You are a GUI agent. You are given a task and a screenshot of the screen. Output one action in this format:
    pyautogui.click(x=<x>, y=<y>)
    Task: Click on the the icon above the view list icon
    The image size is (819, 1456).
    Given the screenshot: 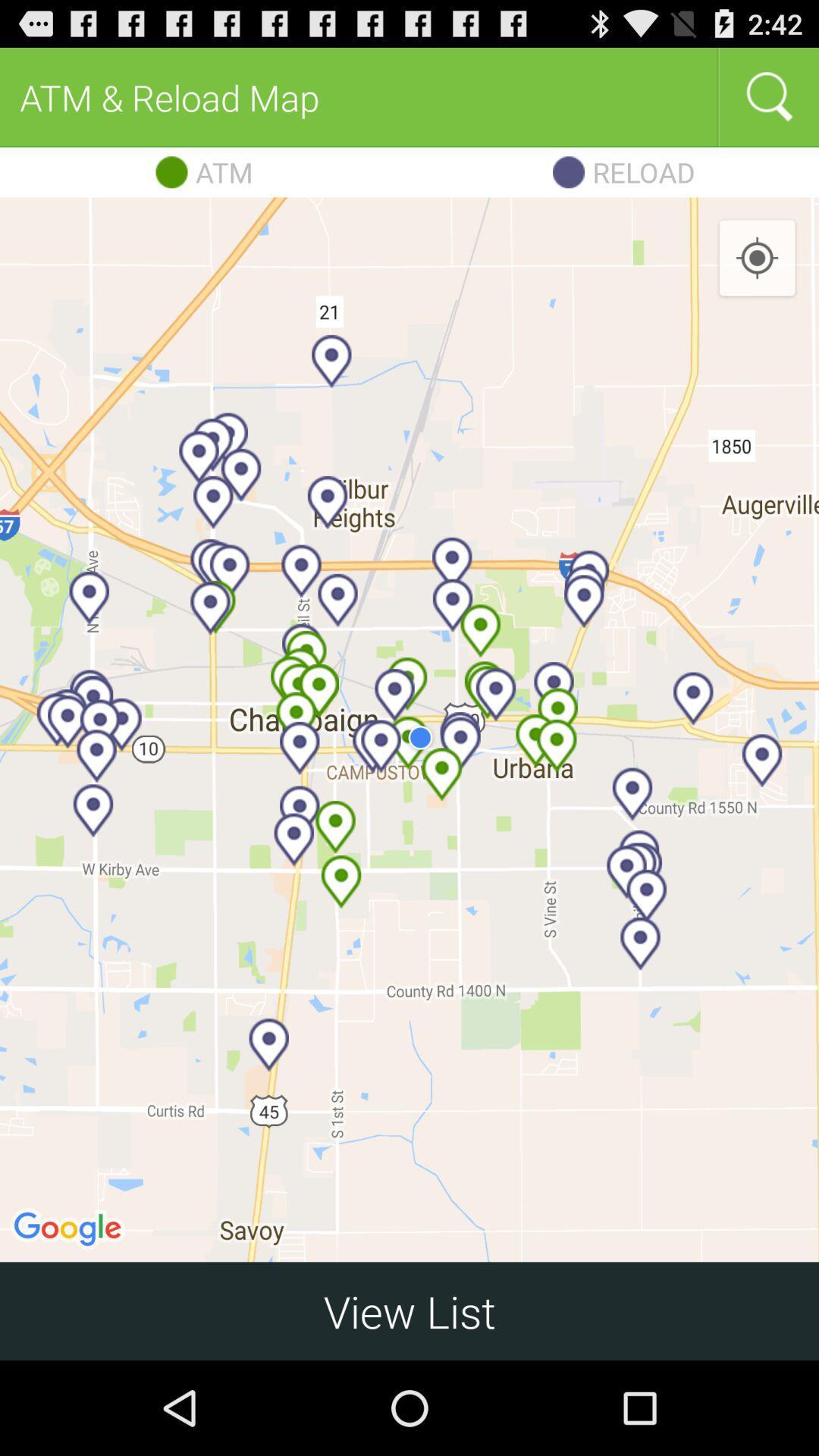 What is the action you would take?
    pyautogui.click(x=757, y=259)
    